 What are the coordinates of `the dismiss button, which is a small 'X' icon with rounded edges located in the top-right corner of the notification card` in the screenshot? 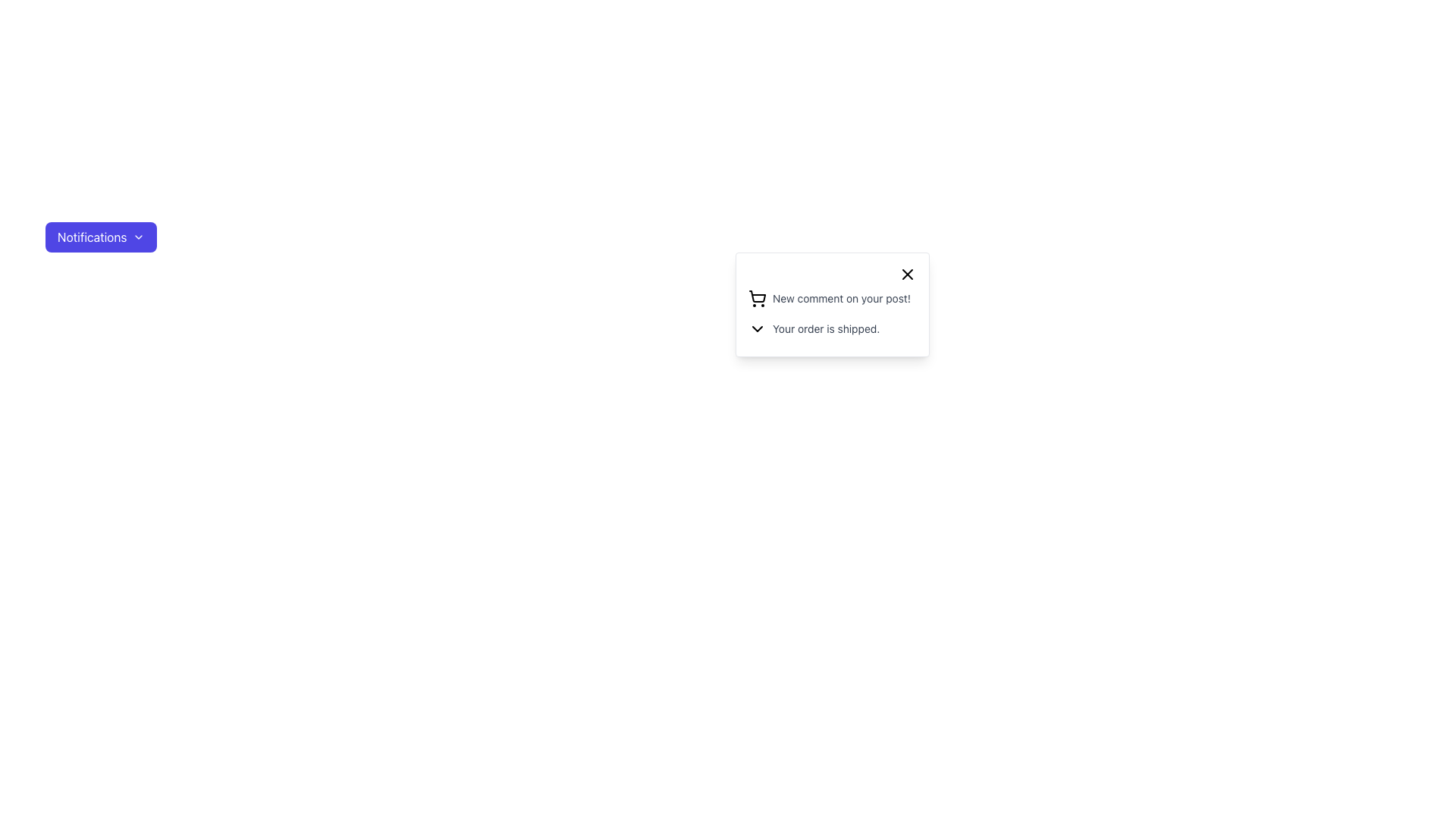 It's located at (907, 275).